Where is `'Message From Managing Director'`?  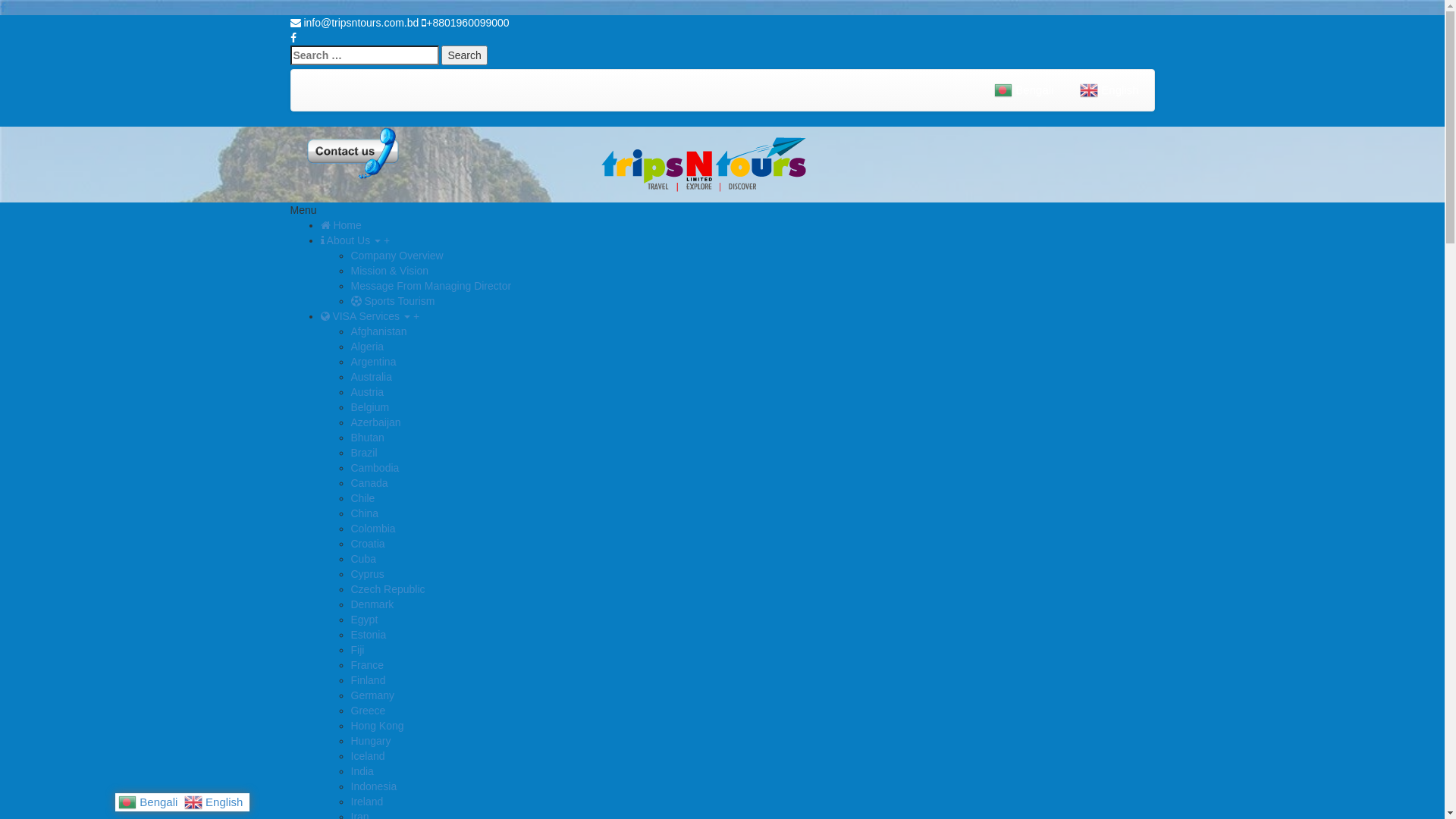 'Message From Managing Director' is located at coordinates (429, 286).